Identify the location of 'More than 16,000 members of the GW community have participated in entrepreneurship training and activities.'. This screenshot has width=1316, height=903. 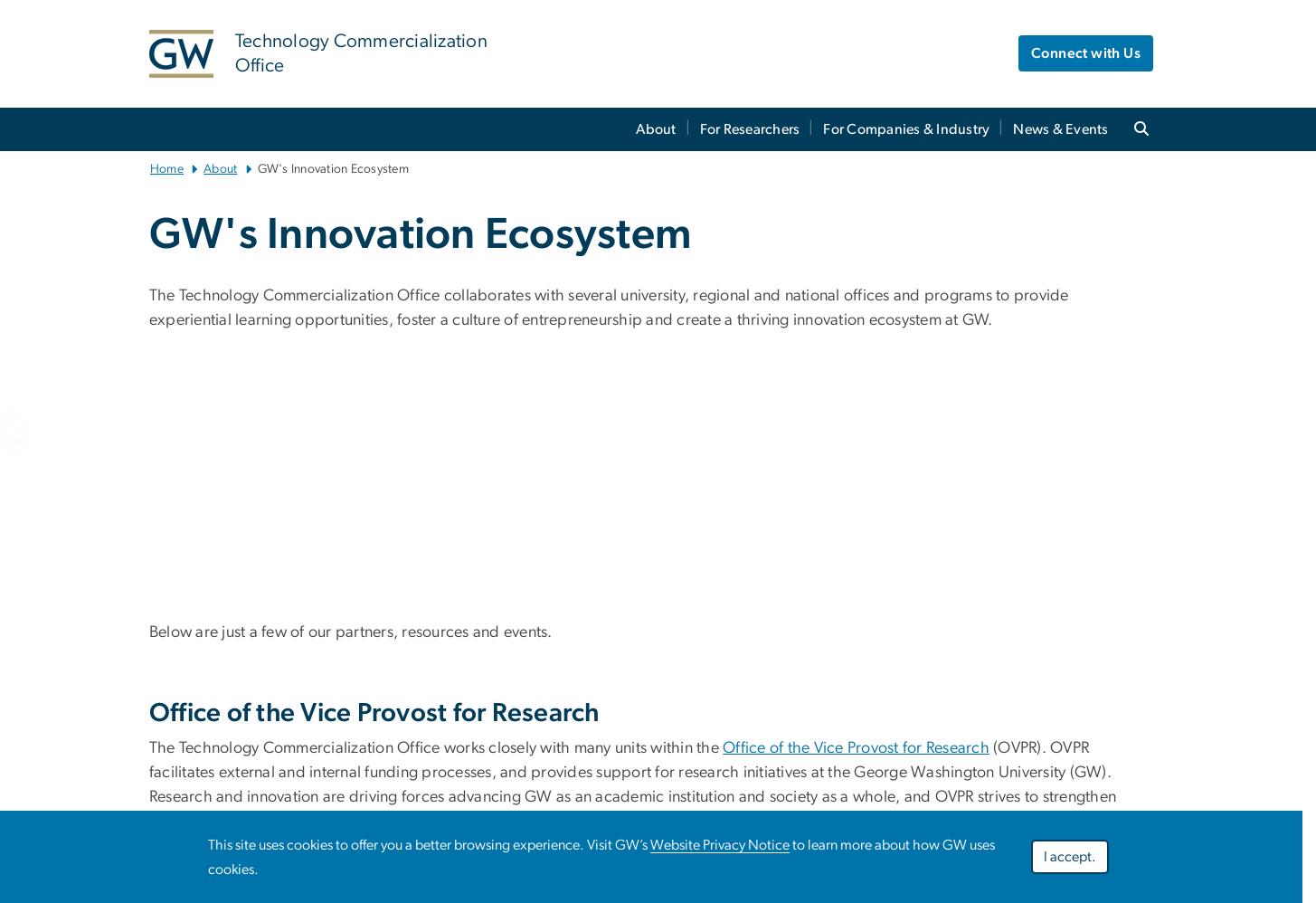
(778, 522).